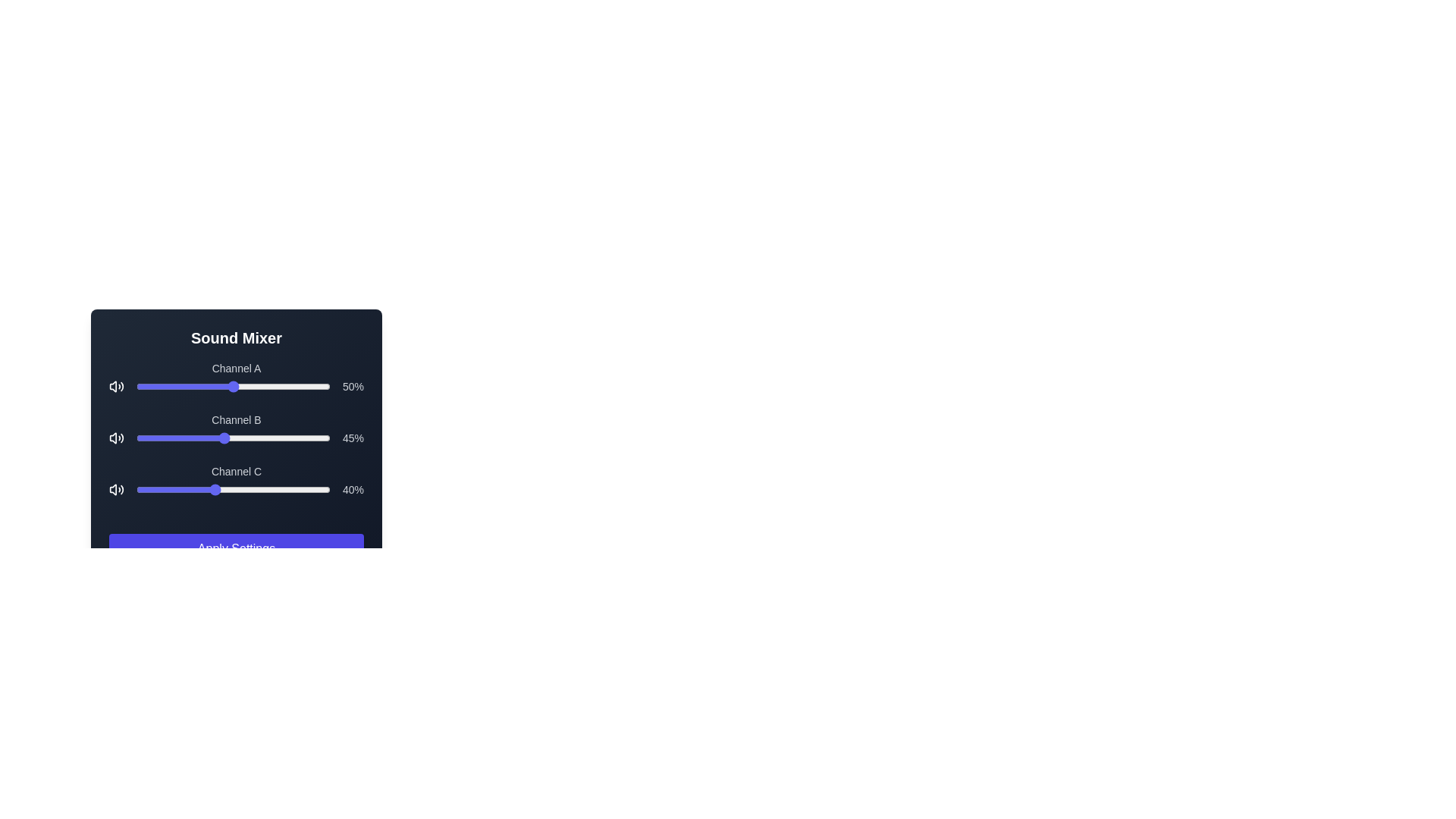 Image resolution: width=1456 pixels, height=819 pixels. What do you see at coordinates (243, 489) in the screenshot?
I see `the slider` at bounding box center [243, 489].